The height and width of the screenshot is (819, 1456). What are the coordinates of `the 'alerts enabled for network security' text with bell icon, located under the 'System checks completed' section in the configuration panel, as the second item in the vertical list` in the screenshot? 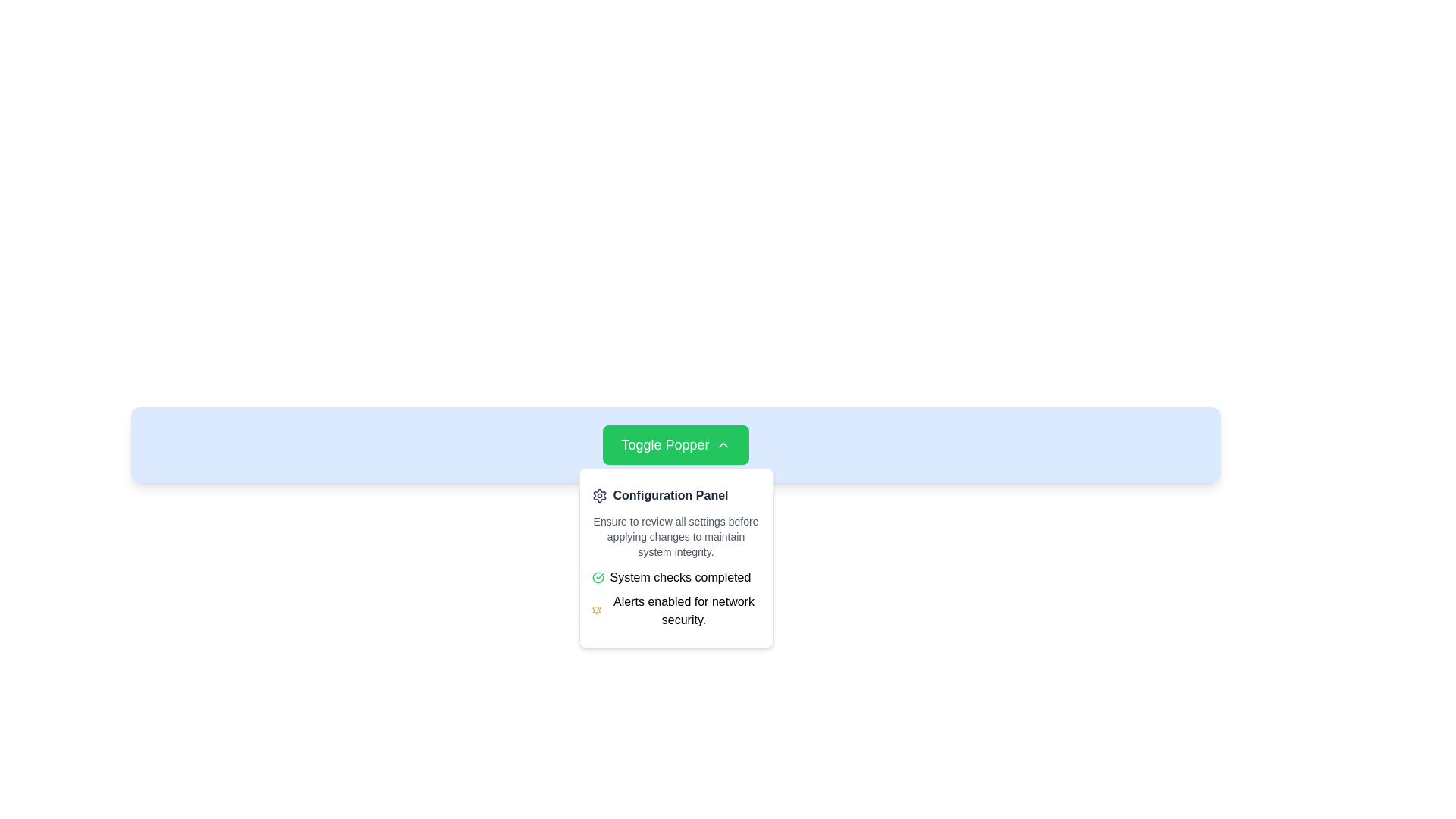 It's located at (675, 610).